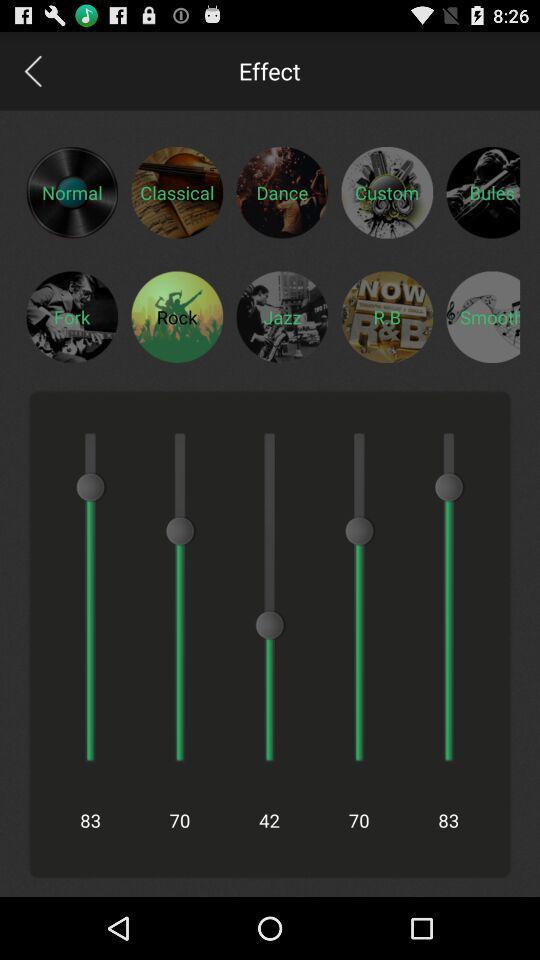 The image size is (540, 960). What do you see at coordinates (71, 316) in the screenshot?
I see `fork effect in audio amanger` at bounding box center [71, 316].